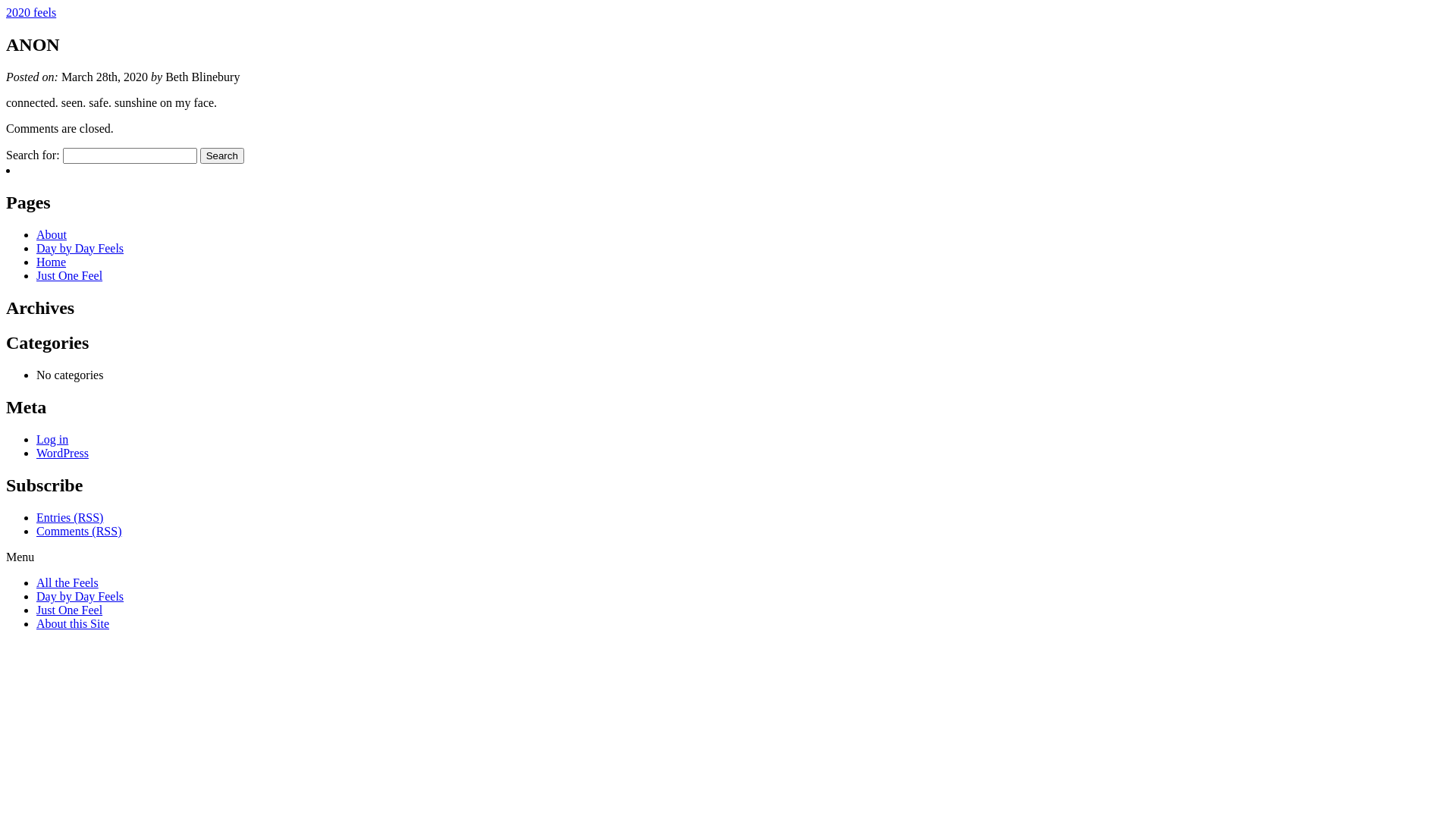 Image resolution: width=1456 pixels, height=819 pixels. Describe the element at coordinates (36, 582) in the screenshot. I see `'All the Feels'` at that location.